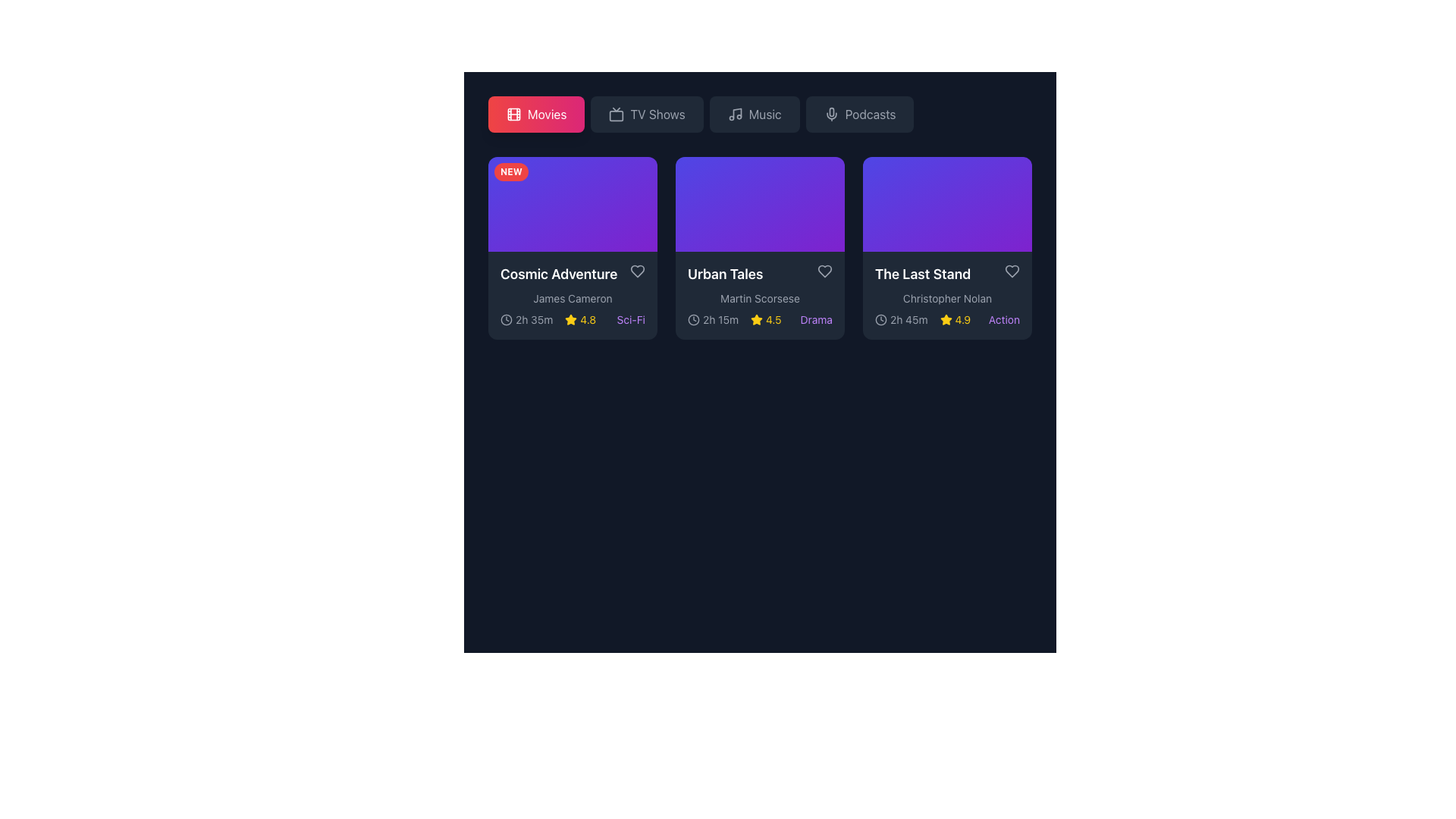 This screenshot has height=819, width=1456. I want to click on text label displaying '2h 35m' with a clock icon on its left, located at the bottom-left section of the 'Cosmic Adventure' card, so click(526, 319).